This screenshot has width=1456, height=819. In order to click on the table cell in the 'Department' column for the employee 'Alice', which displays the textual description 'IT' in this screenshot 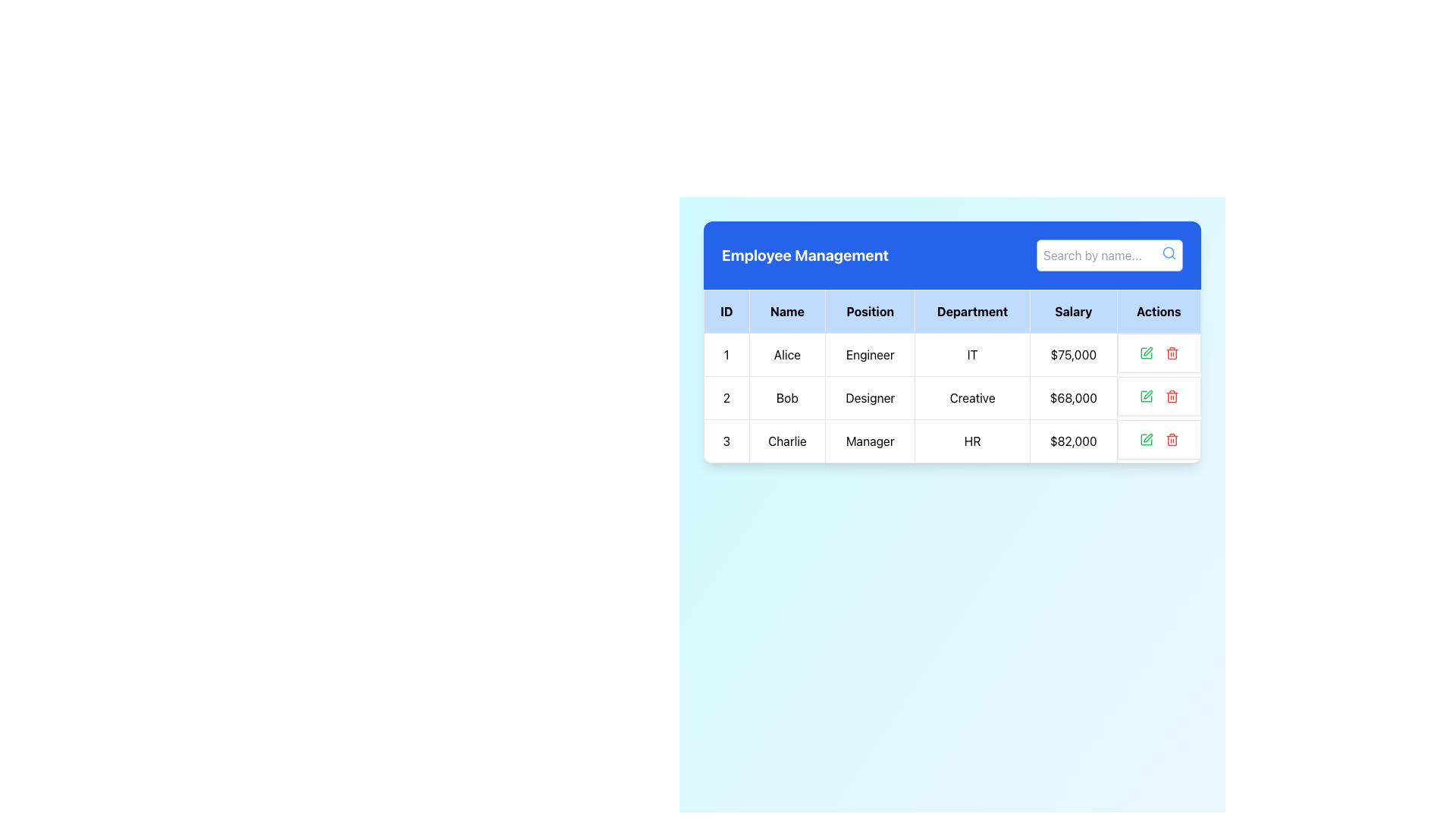, I will do `click(972, 354)`.